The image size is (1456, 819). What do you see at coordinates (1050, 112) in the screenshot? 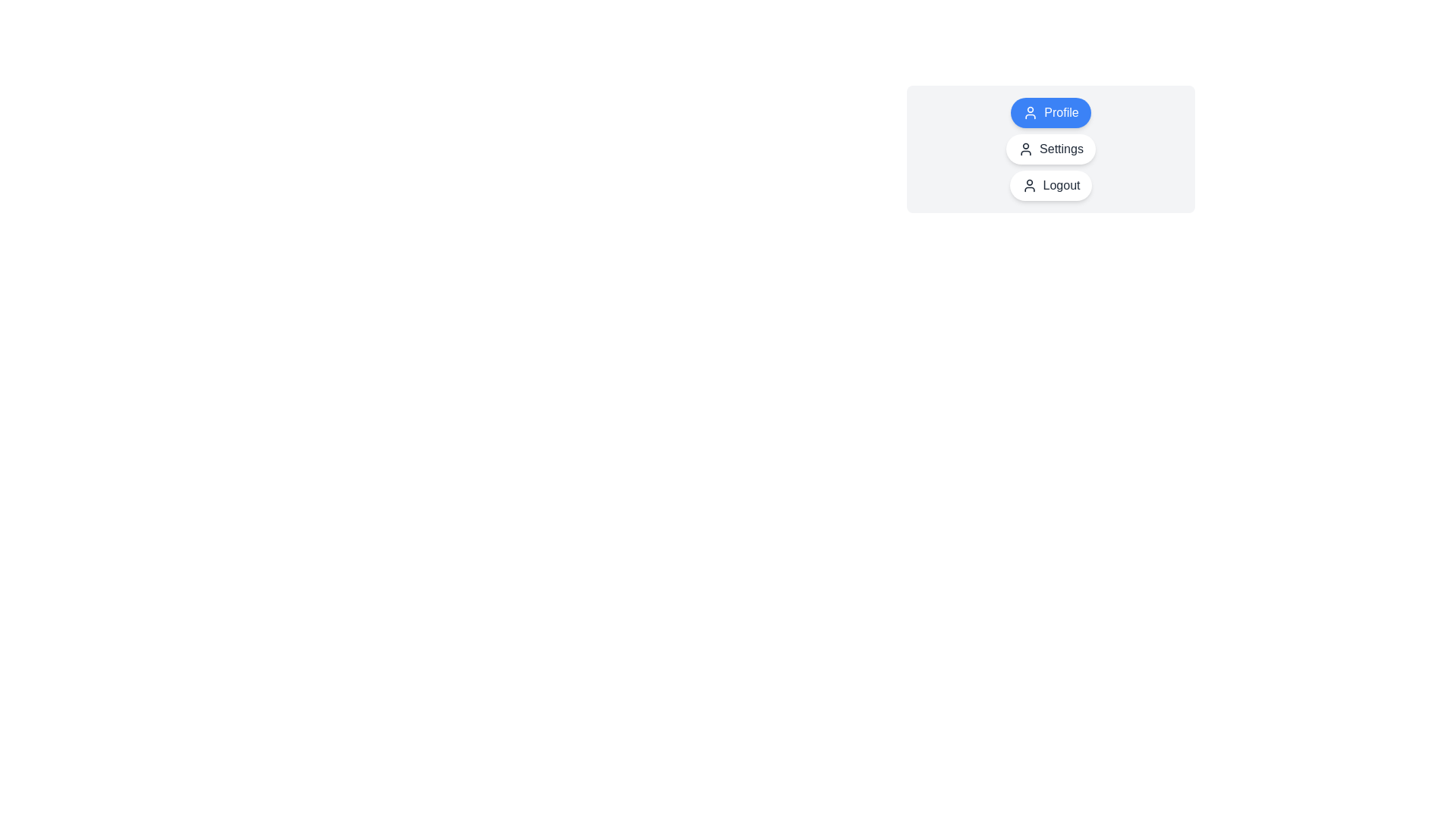
I see `the chip labeled Profile` at bounding box center [1050, 112].